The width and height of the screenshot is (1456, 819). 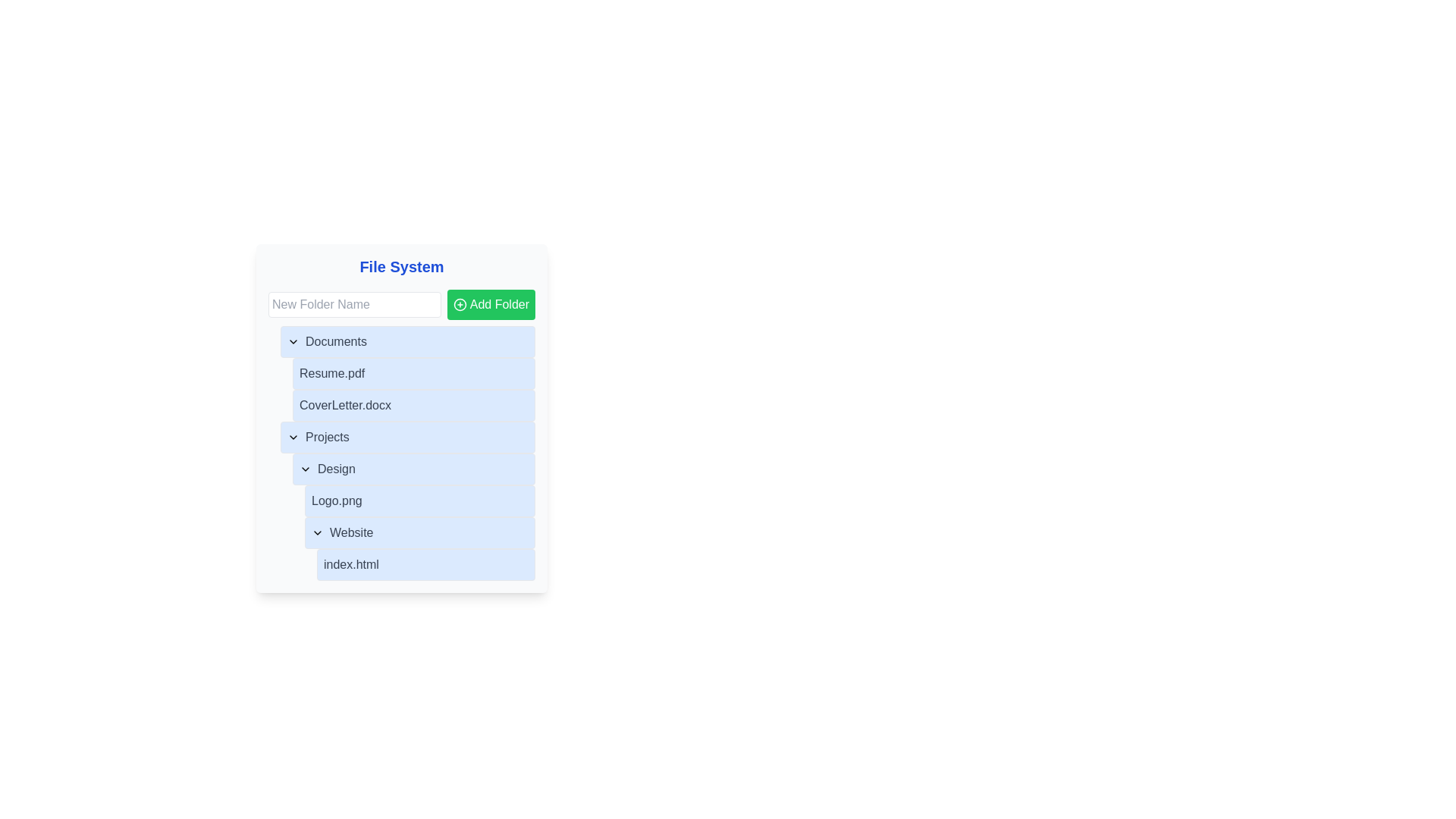 I want to click on the blue-shaded list item labeled 'Design' in the hierarchical file navigation interface, so click(x=401, y=452).